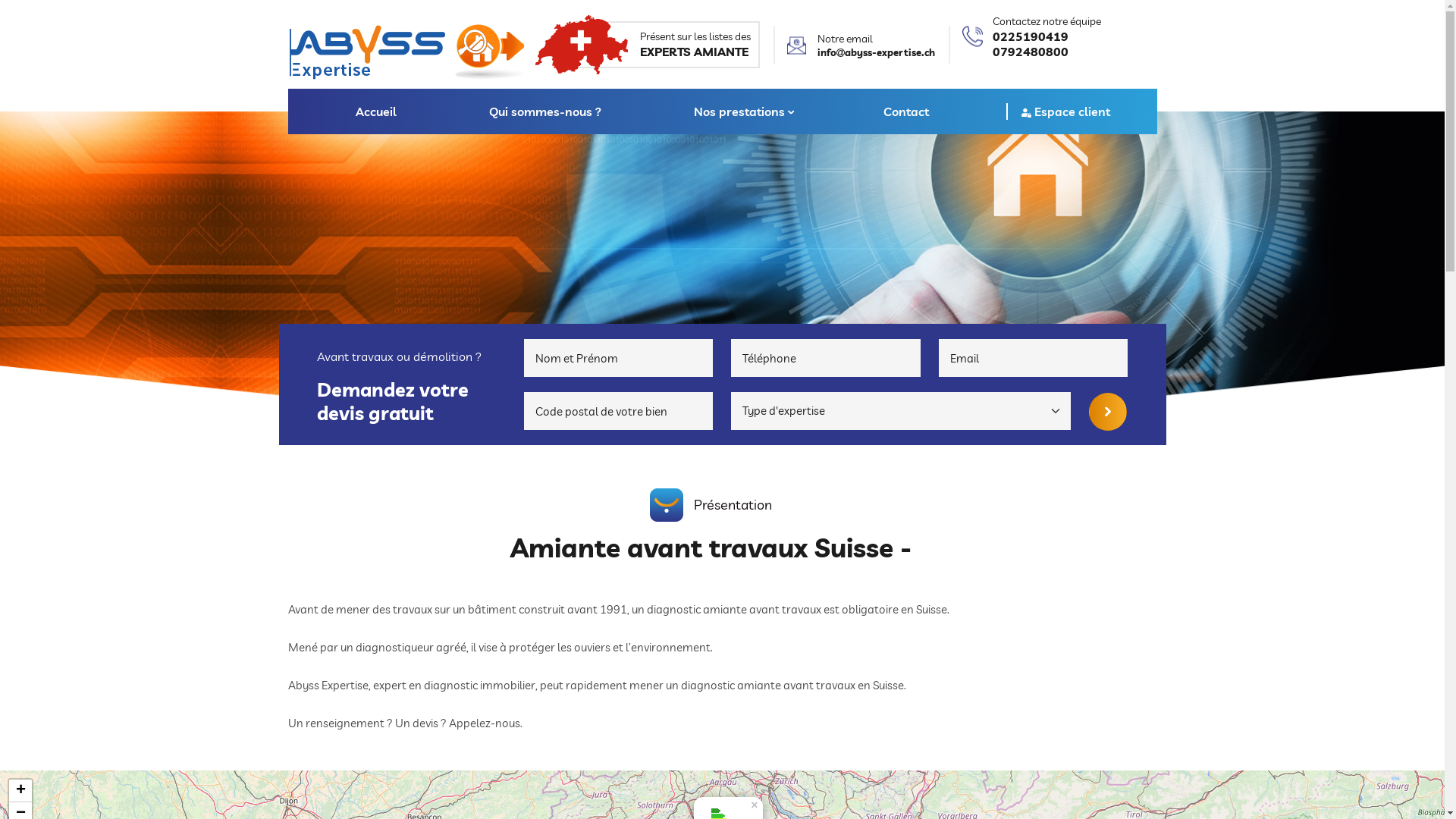 The width and height of the screenshot is (1456, 819). I want to click on 'Contact', so click(906, 110).